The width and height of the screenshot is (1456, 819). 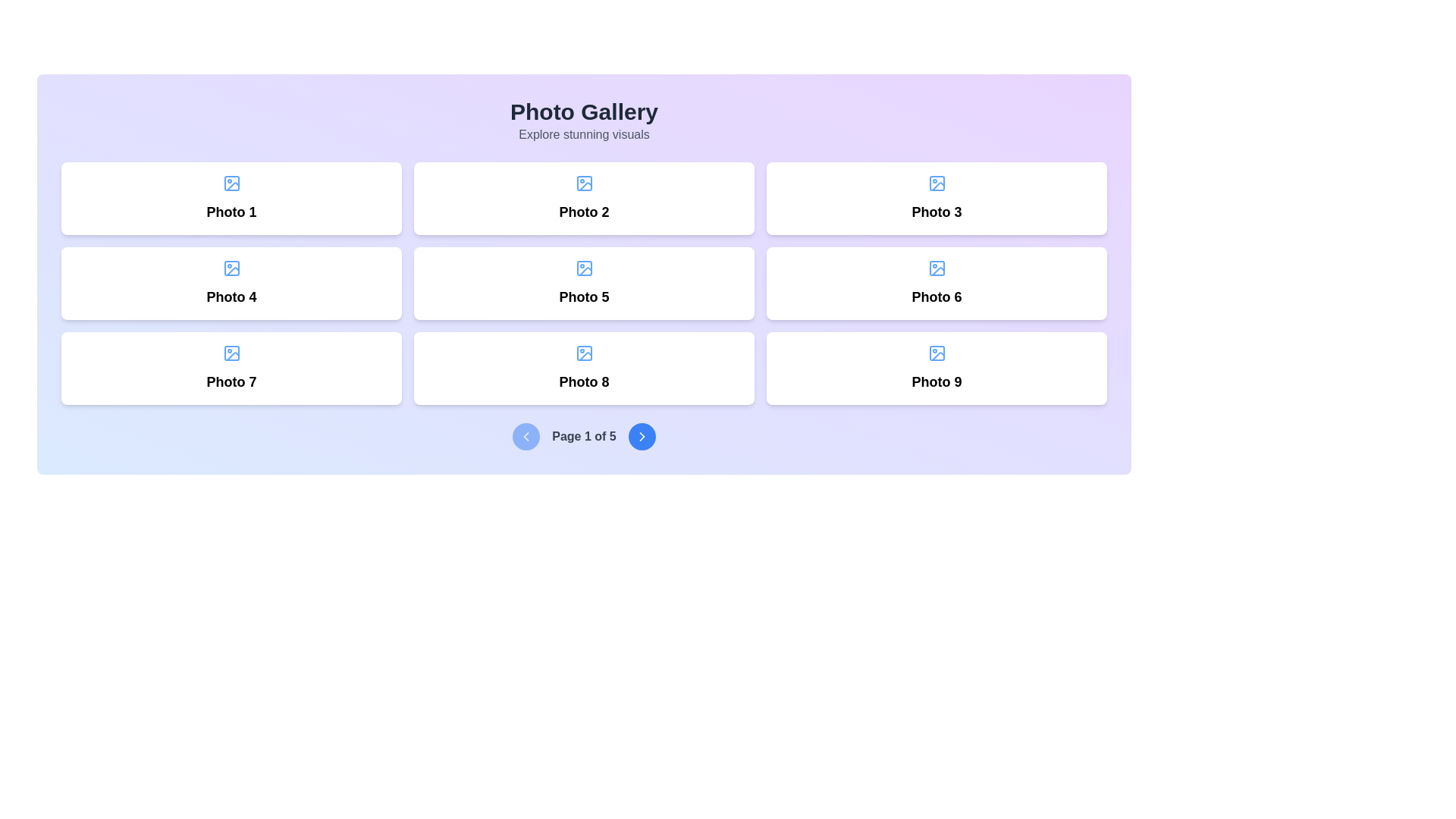 What do you see at coordinates (935, 353) in the screenshot?
I see `the photograph icon located centrally within the 'Photo 9' card` at bounding box center [935, 353].